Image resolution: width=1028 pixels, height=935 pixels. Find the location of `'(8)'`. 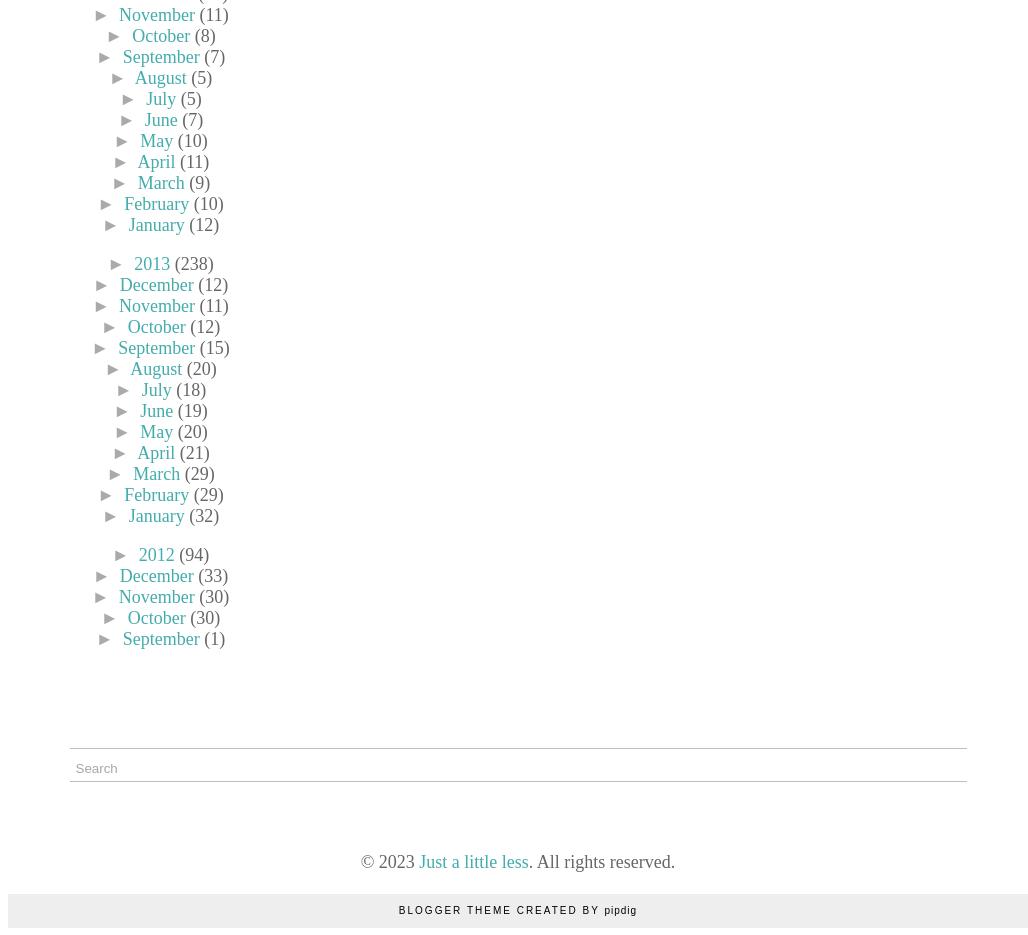

'(8)' is located at coordinates (193, 34).